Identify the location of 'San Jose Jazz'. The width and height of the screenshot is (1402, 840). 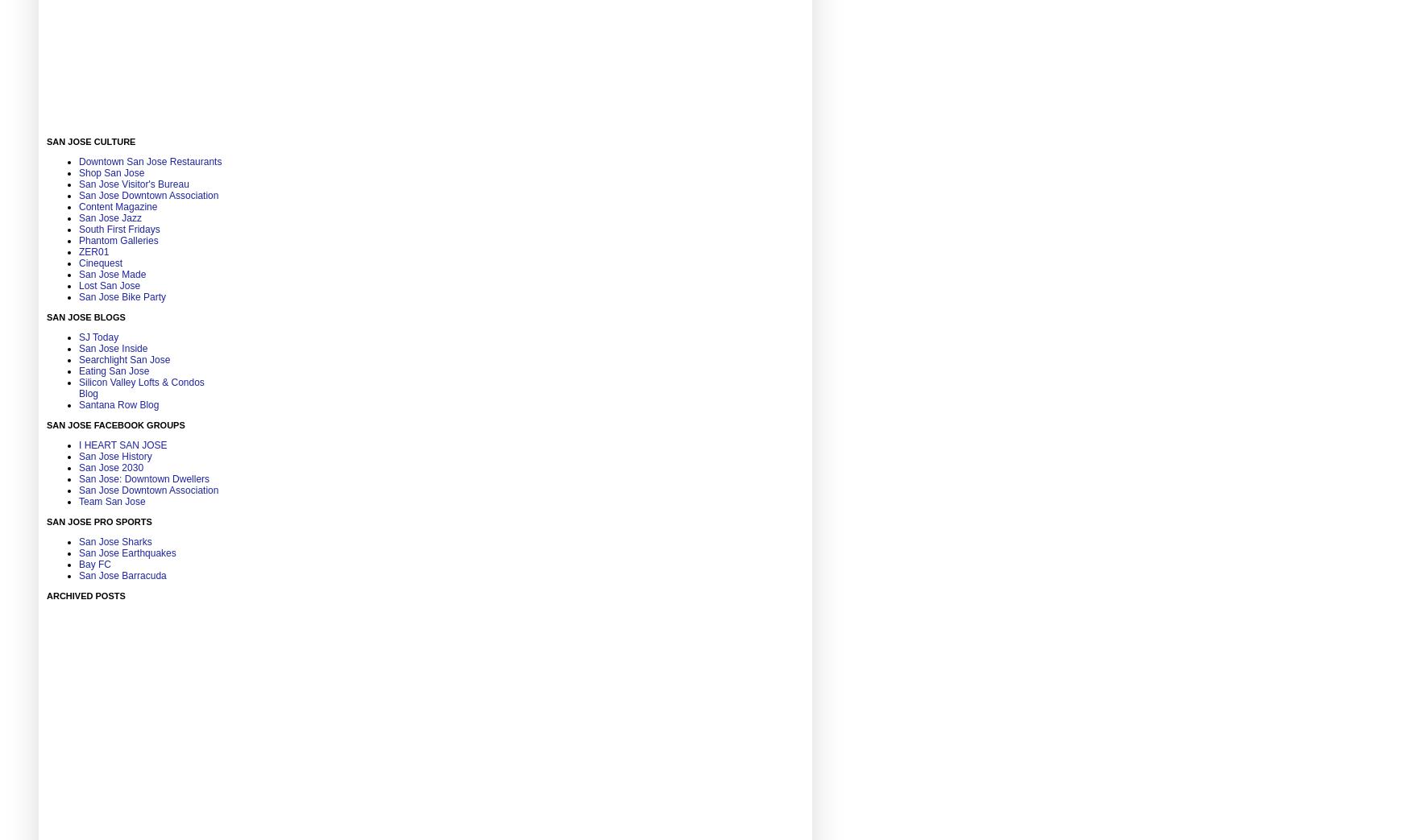
(77, 217).